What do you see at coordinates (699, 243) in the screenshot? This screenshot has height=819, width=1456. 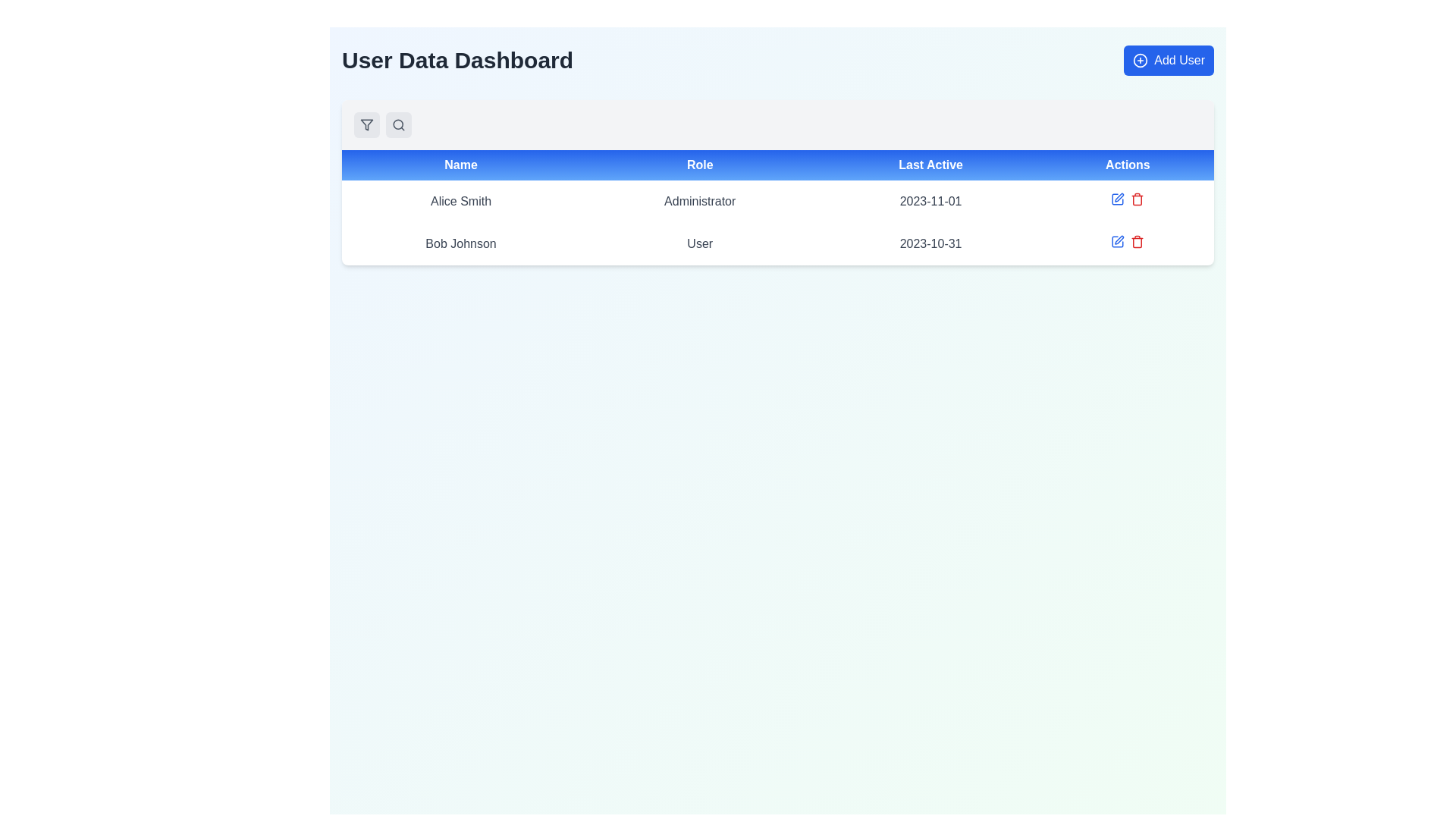 I see `the text label displaying 'User' which is located in the center column of the data table under the 'Role' heading` at bounding box center [699, 243].